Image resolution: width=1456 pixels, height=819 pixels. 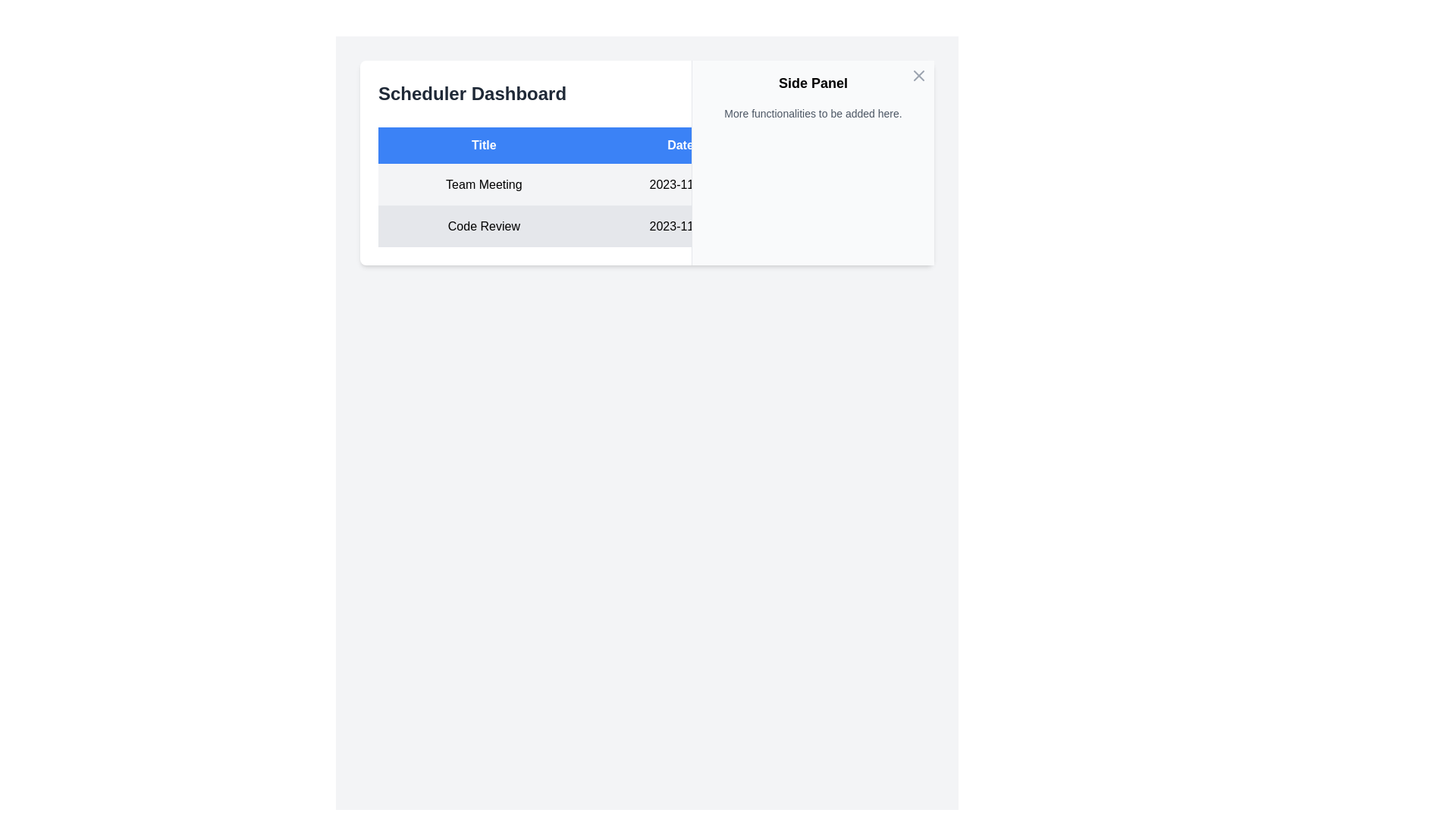 What do you see at coordinates (679, 146) in the screenshot?
I see `the 'Date' header label in the table, which is the second element in a group of three, positioned between 'Title' and 'Actions'` at bounding box center [679, 146].